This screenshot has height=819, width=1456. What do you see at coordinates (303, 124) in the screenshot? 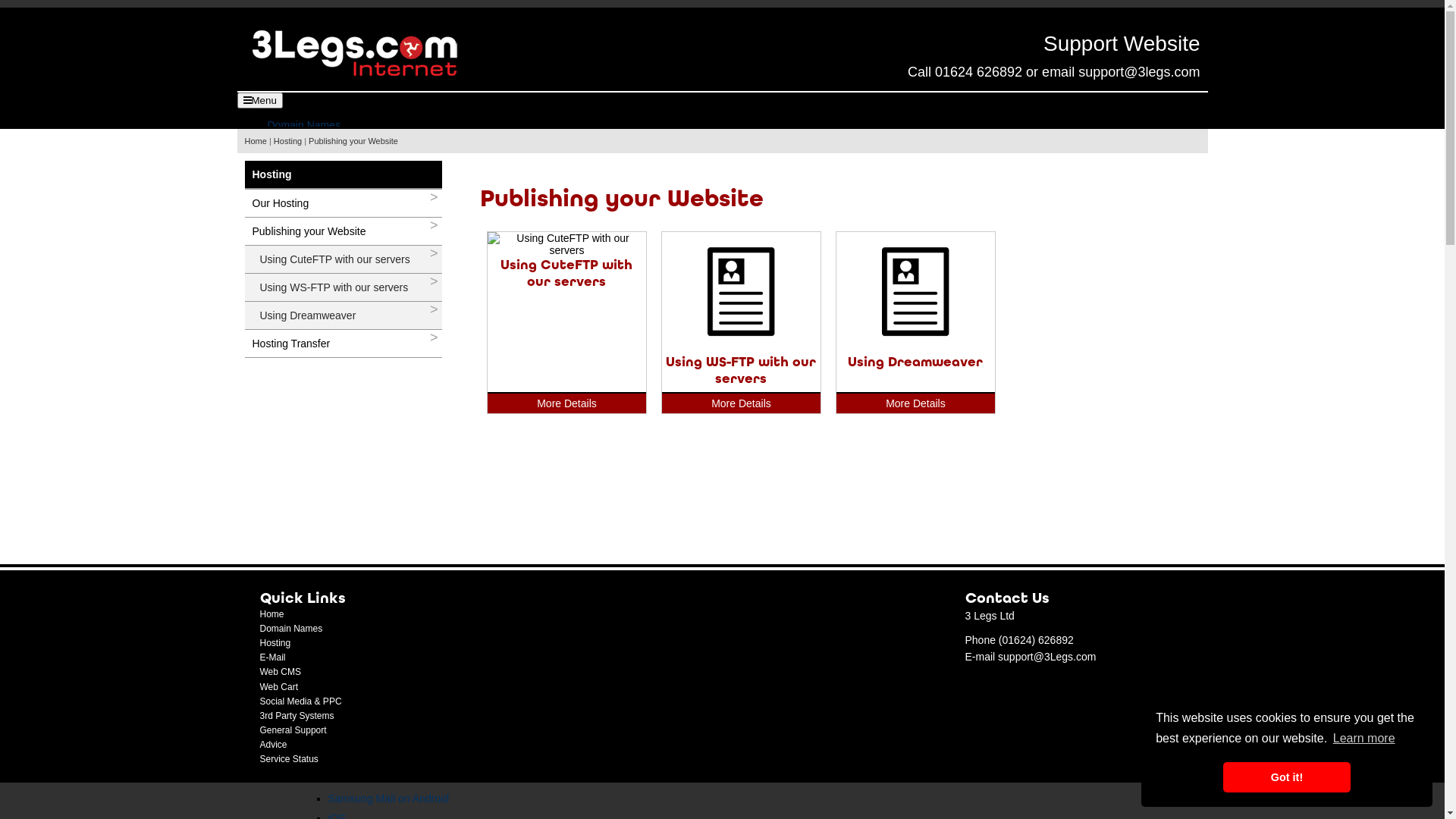
I see `'Domain Names'` at bounding box center [303, 124].